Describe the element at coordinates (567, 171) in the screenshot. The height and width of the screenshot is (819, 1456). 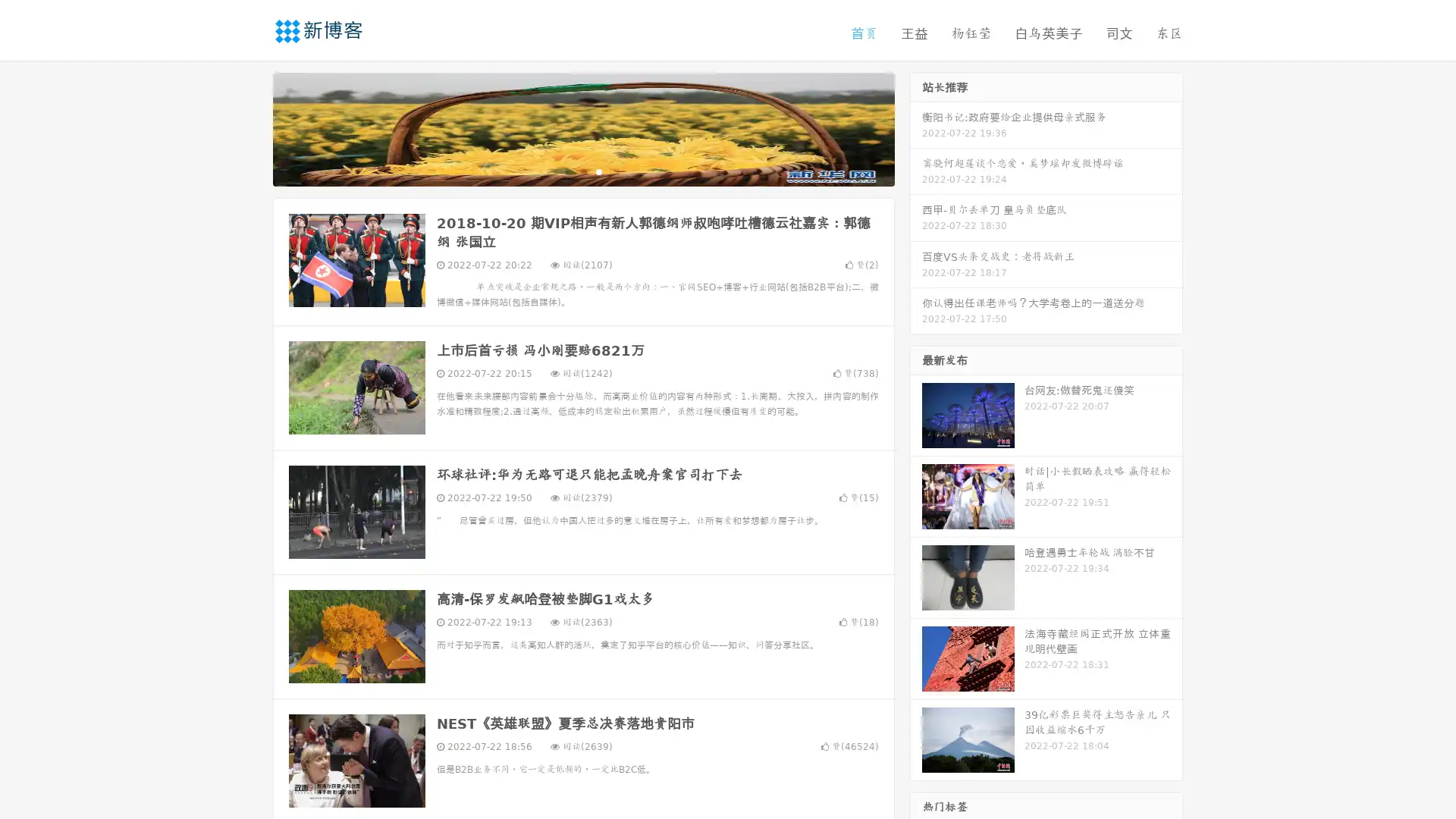
I see `Go to slide 1` at that location.